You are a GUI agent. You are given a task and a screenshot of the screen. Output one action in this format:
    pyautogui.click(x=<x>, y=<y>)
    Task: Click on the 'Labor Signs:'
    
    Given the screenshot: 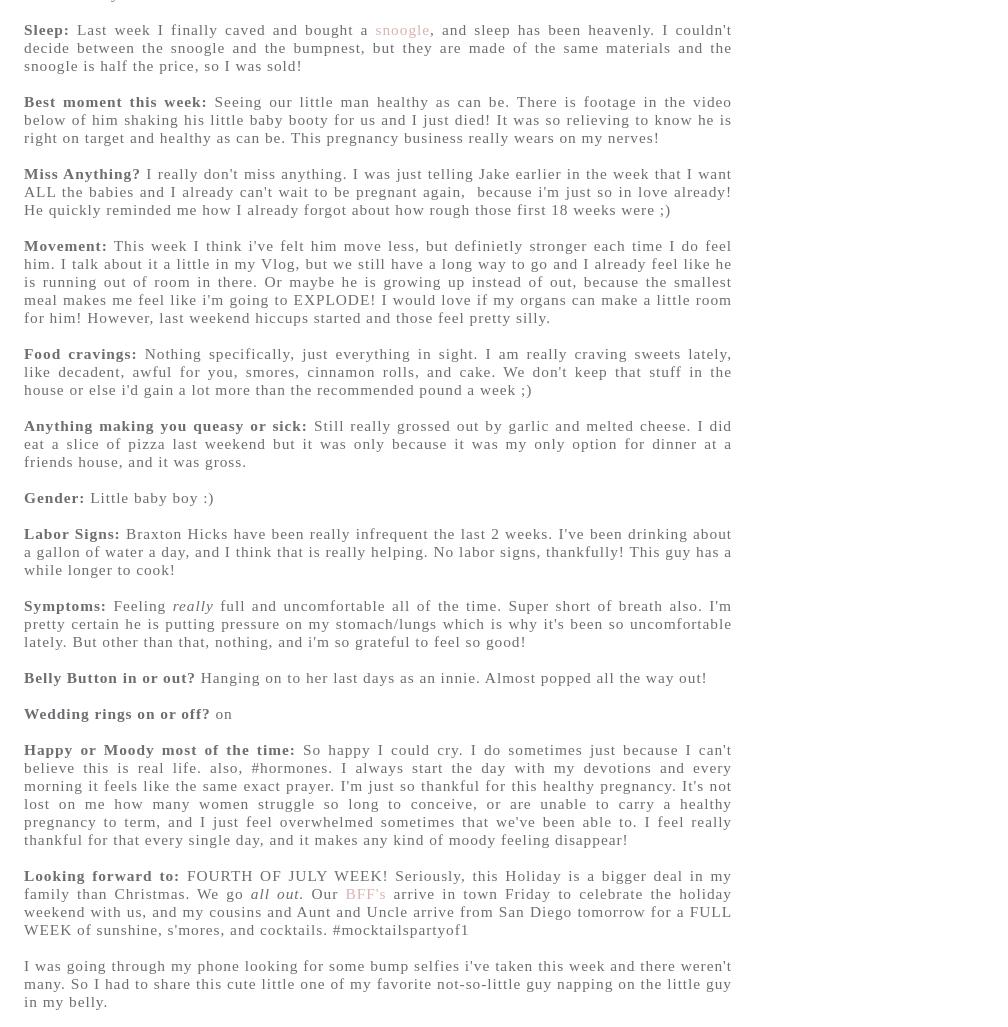 What is the action you would take?
    pyautogui.click(x=74, y=531)
    